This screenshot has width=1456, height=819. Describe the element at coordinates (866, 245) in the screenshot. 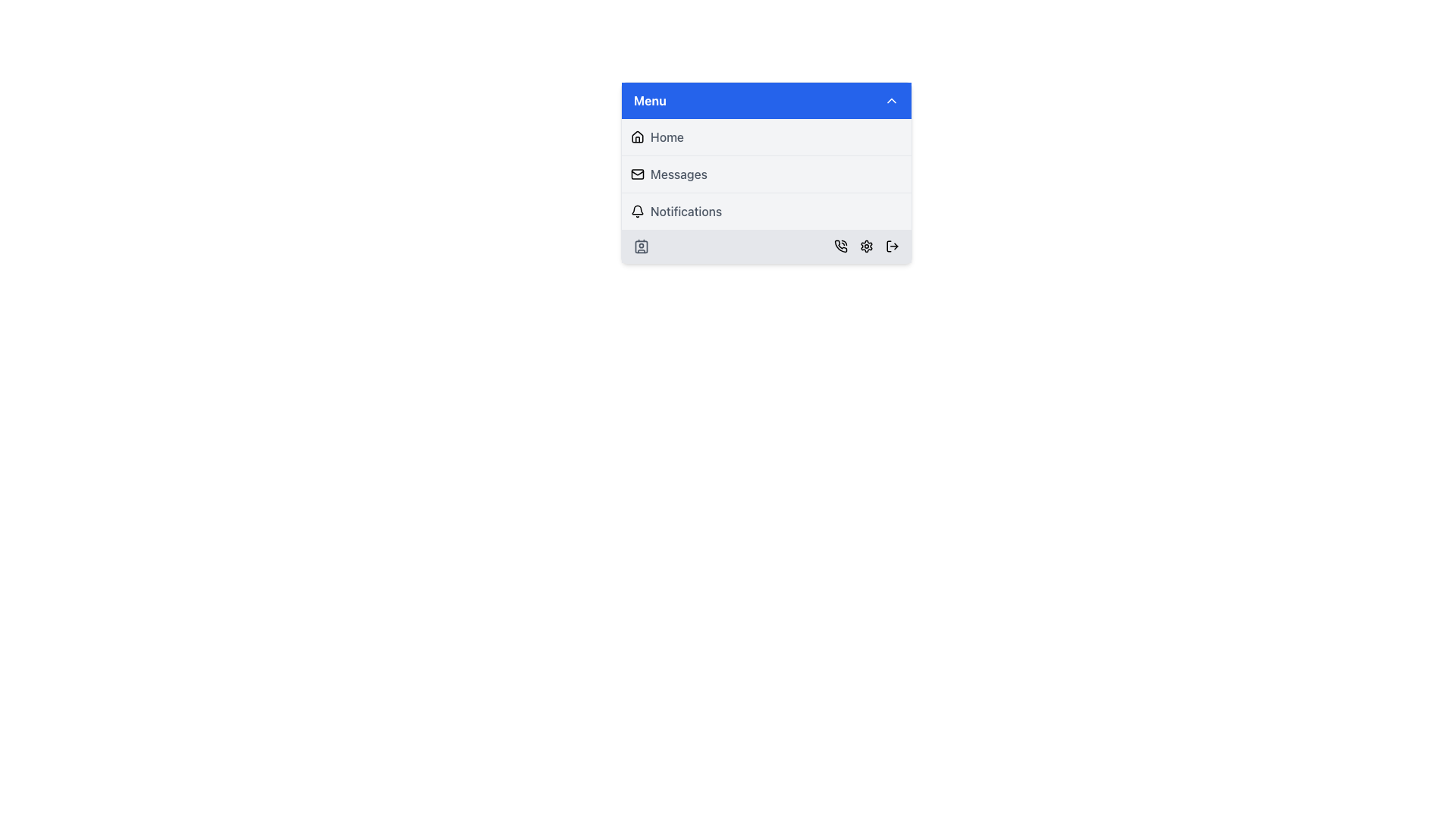

I see `the second-to-last icon` at that location.